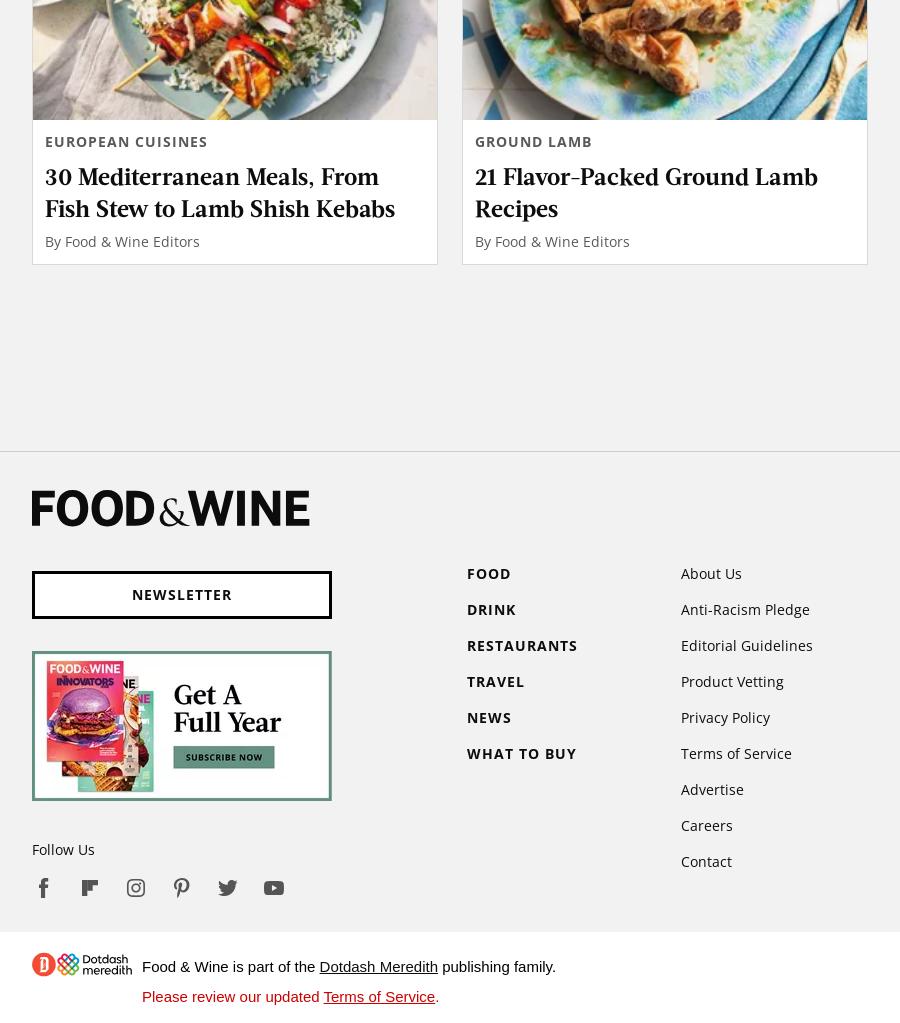 Image resolution: width=900 pixels, height=1023 pixels. I want to click on 'What to Buy', so click(521, 751).